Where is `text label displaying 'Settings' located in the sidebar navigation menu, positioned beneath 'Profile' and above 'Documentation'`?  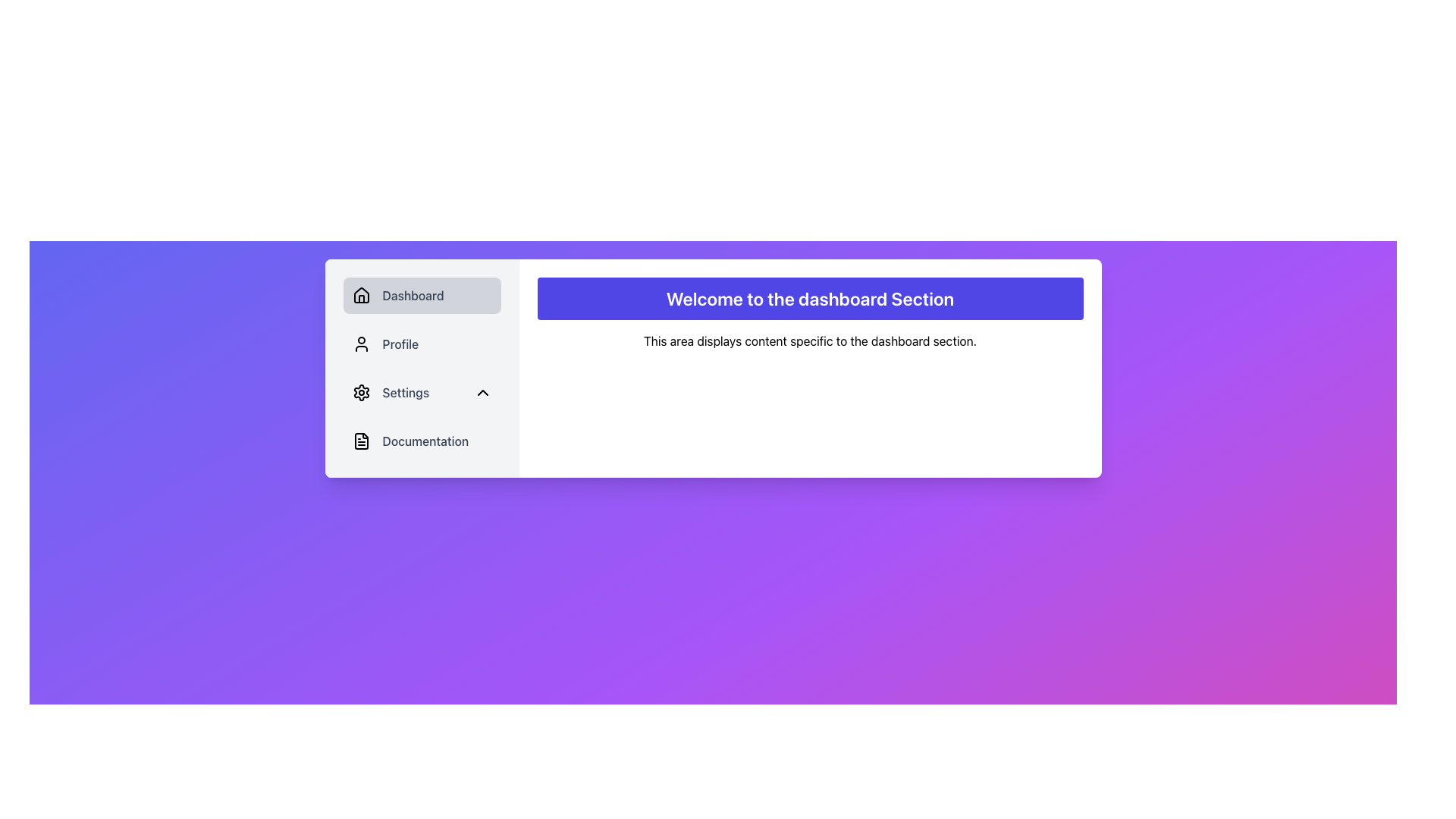
text label displaying 'Settings' located in the sidebar navigation menu, positioned beneath 'Profile' and above 'Documentation' is located at coordinates (406, 391).